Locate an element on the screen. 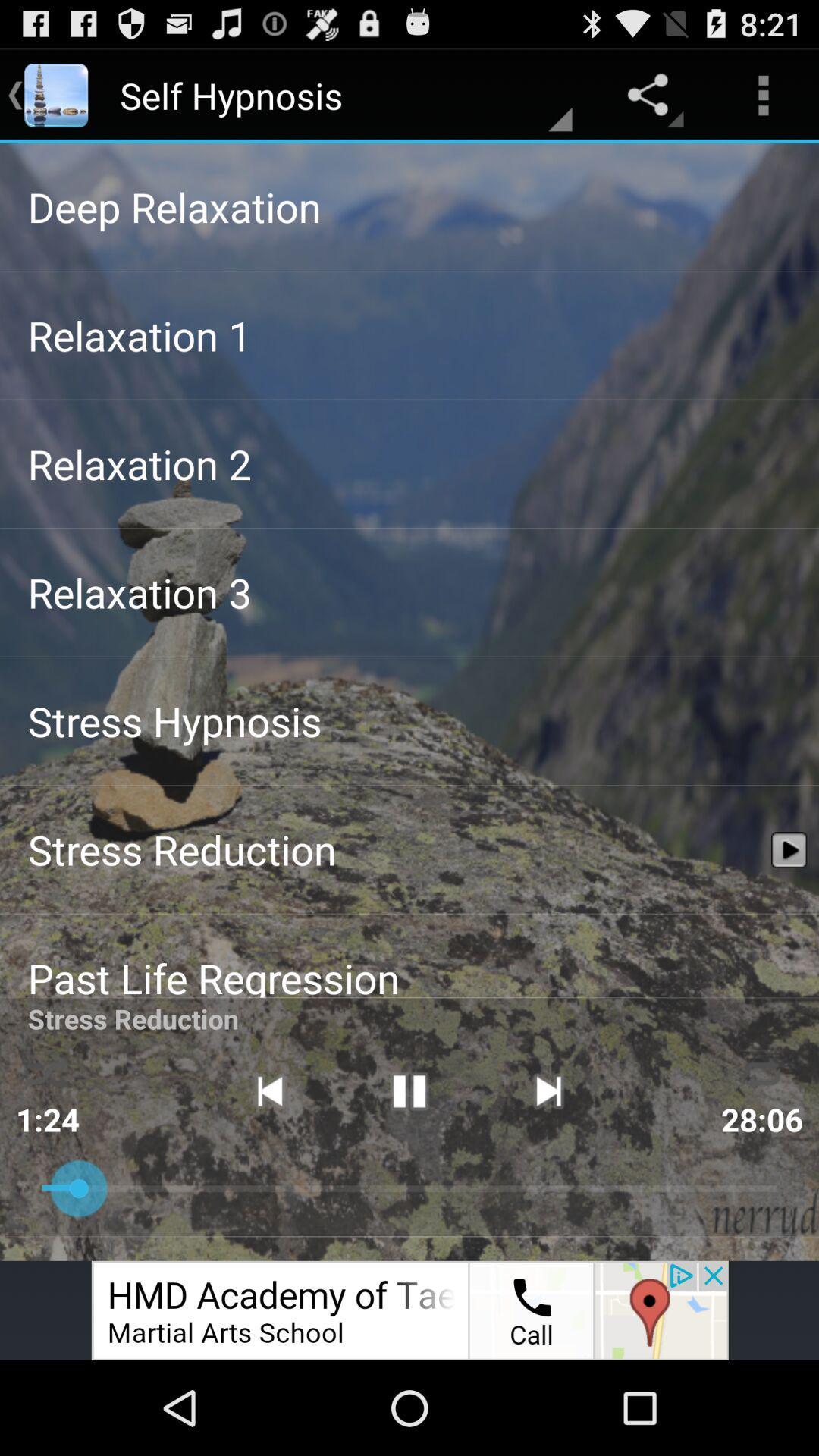 This screenshot has width=819, height=1456. the skip_previous icon is located at coordinates (268, 1166).